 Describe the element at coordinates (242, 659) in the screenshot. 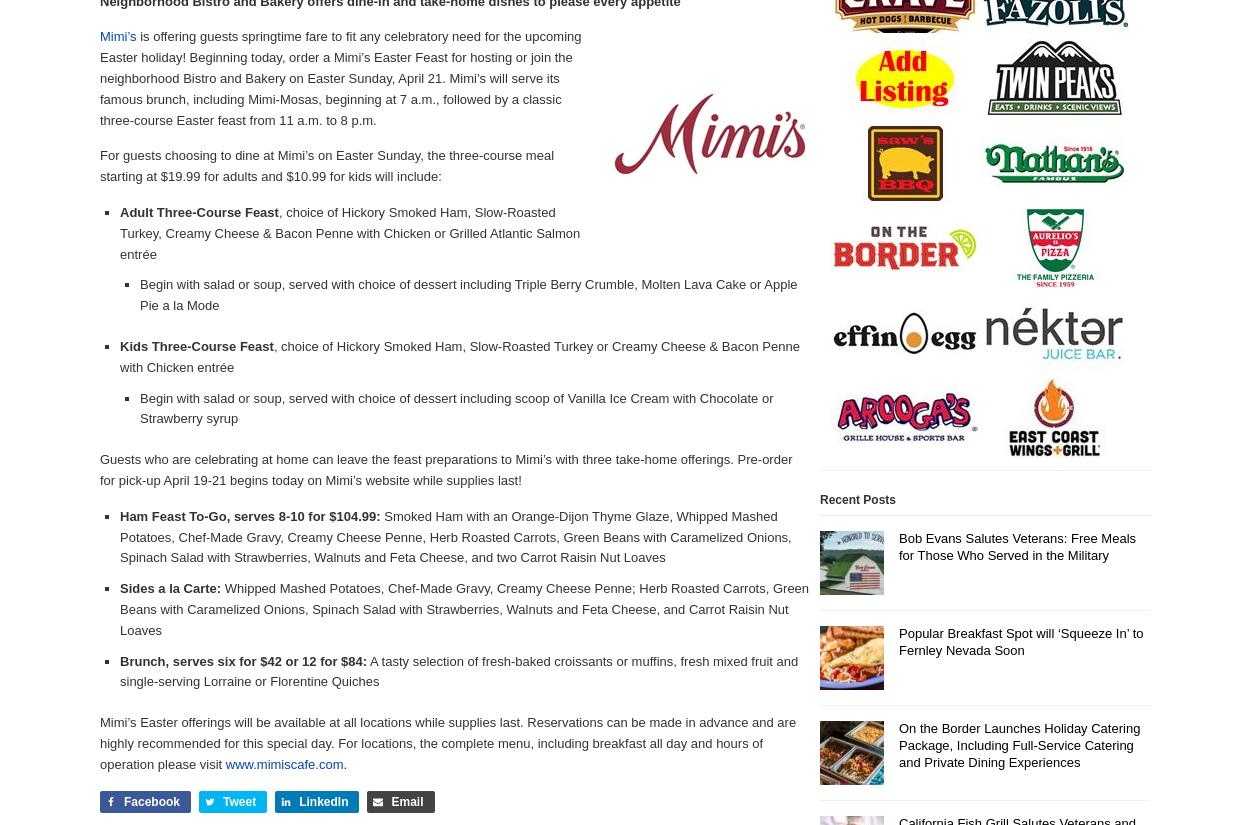

I see `'Brunch, serves six for $42 or 12 for $84:'` at that location.